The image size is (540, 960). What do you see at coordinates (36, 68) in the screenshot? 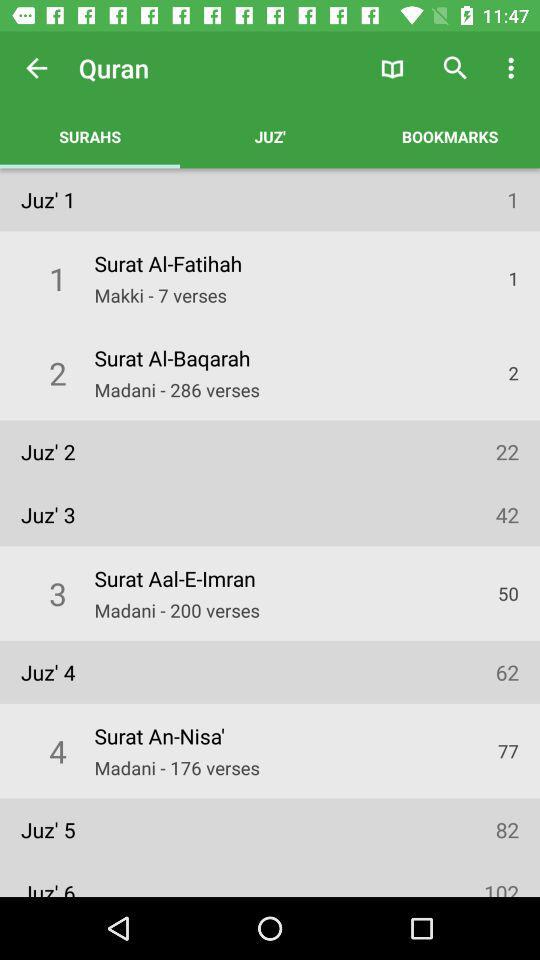
I see `app next to quran icon` at bounding box center [36, 68].